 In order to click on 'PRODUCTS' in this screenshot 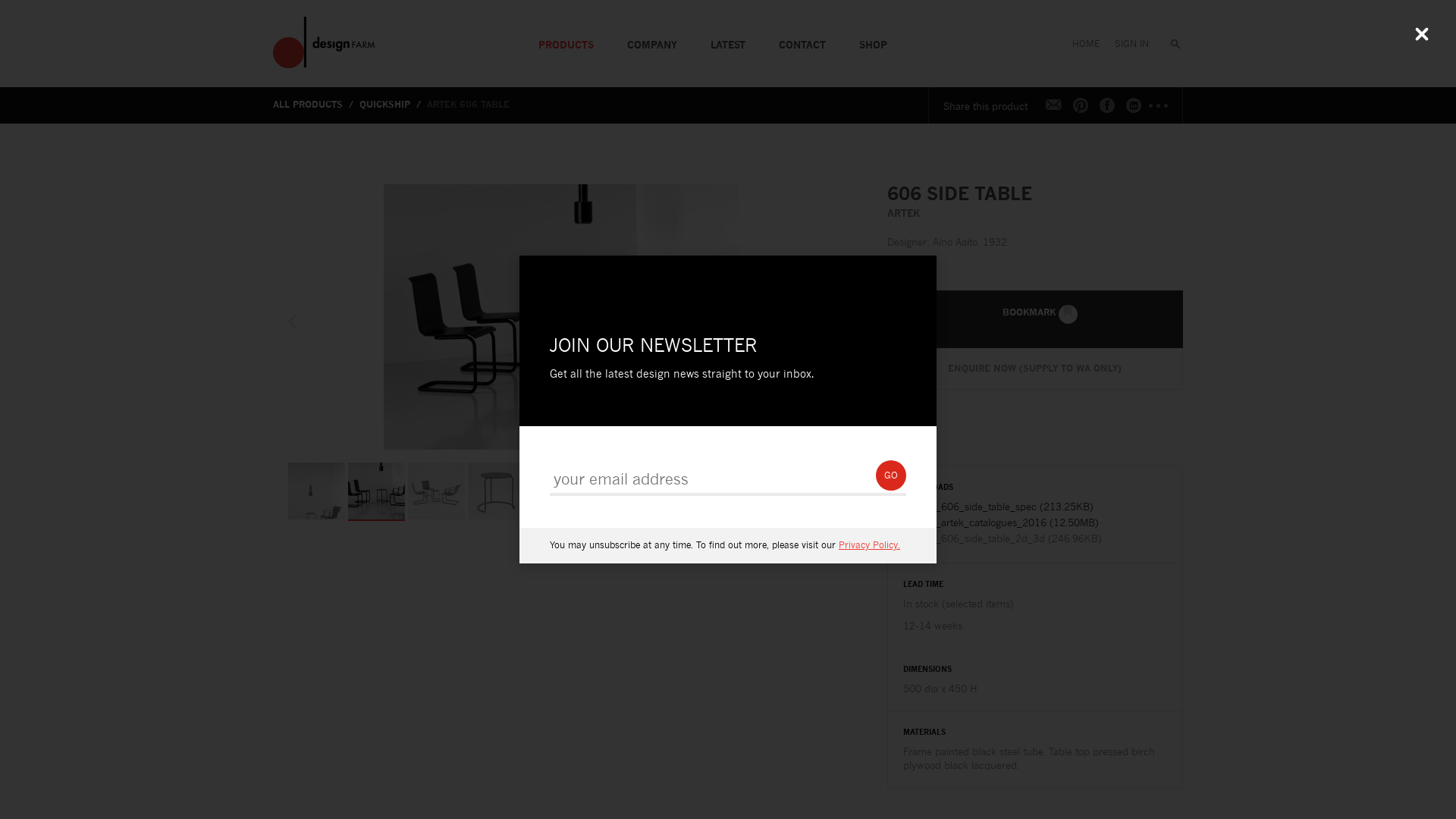, I will do `click(565, 37)`.